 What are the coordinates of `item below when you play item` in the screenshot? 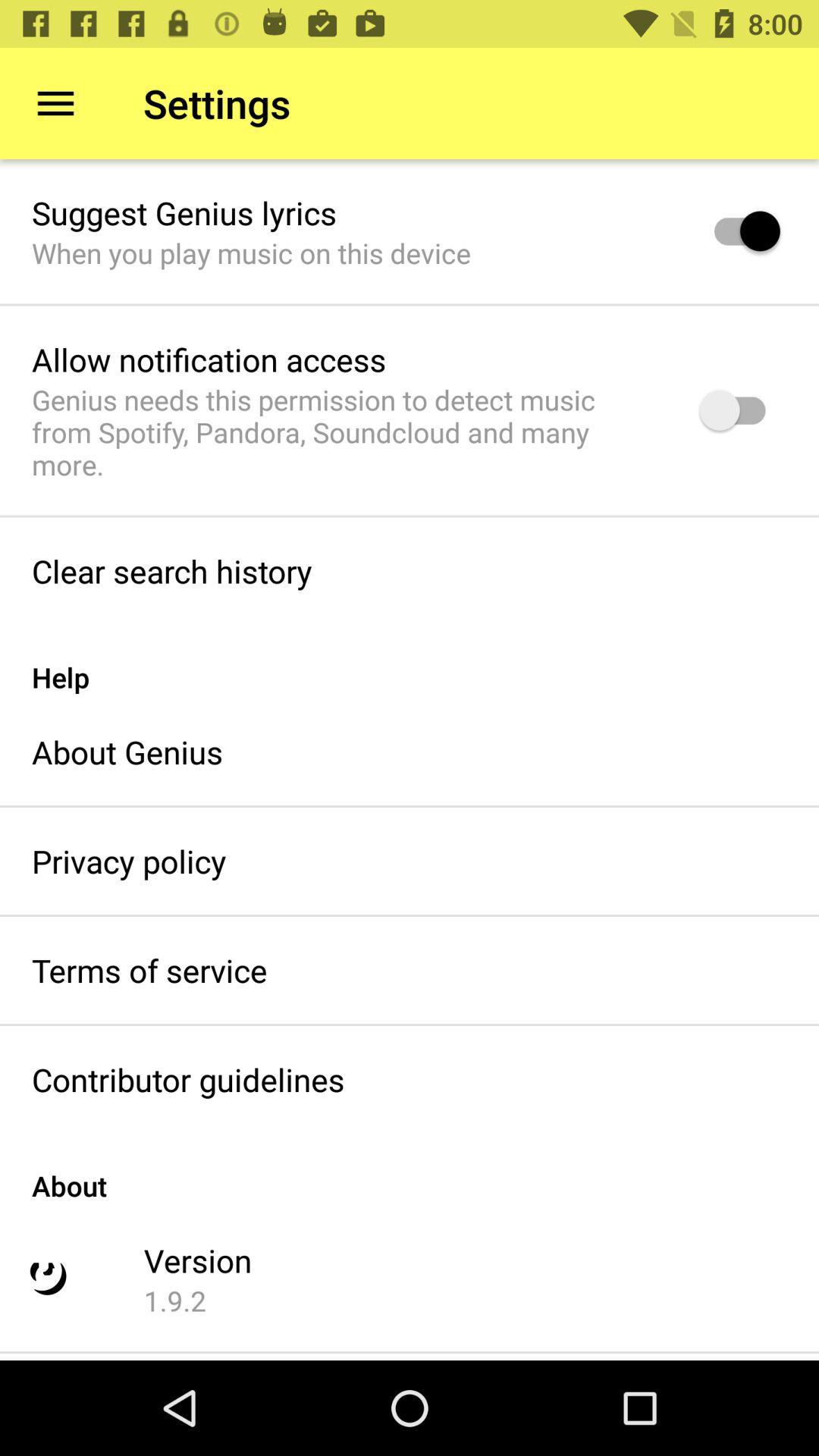 It's located at (209, 359).